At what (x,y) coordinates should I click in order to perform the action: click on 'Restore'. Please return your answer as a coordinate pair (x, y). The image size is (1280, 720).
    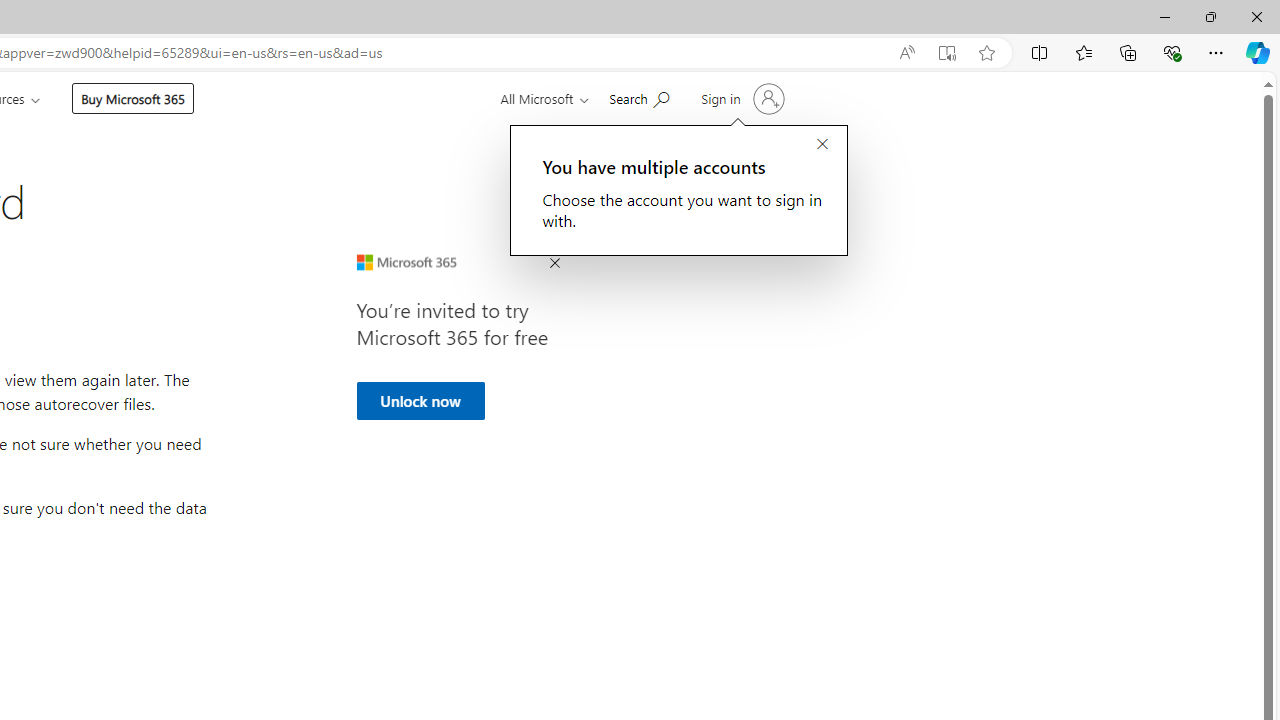
    Looking at the image, I should click on (1209, 16).